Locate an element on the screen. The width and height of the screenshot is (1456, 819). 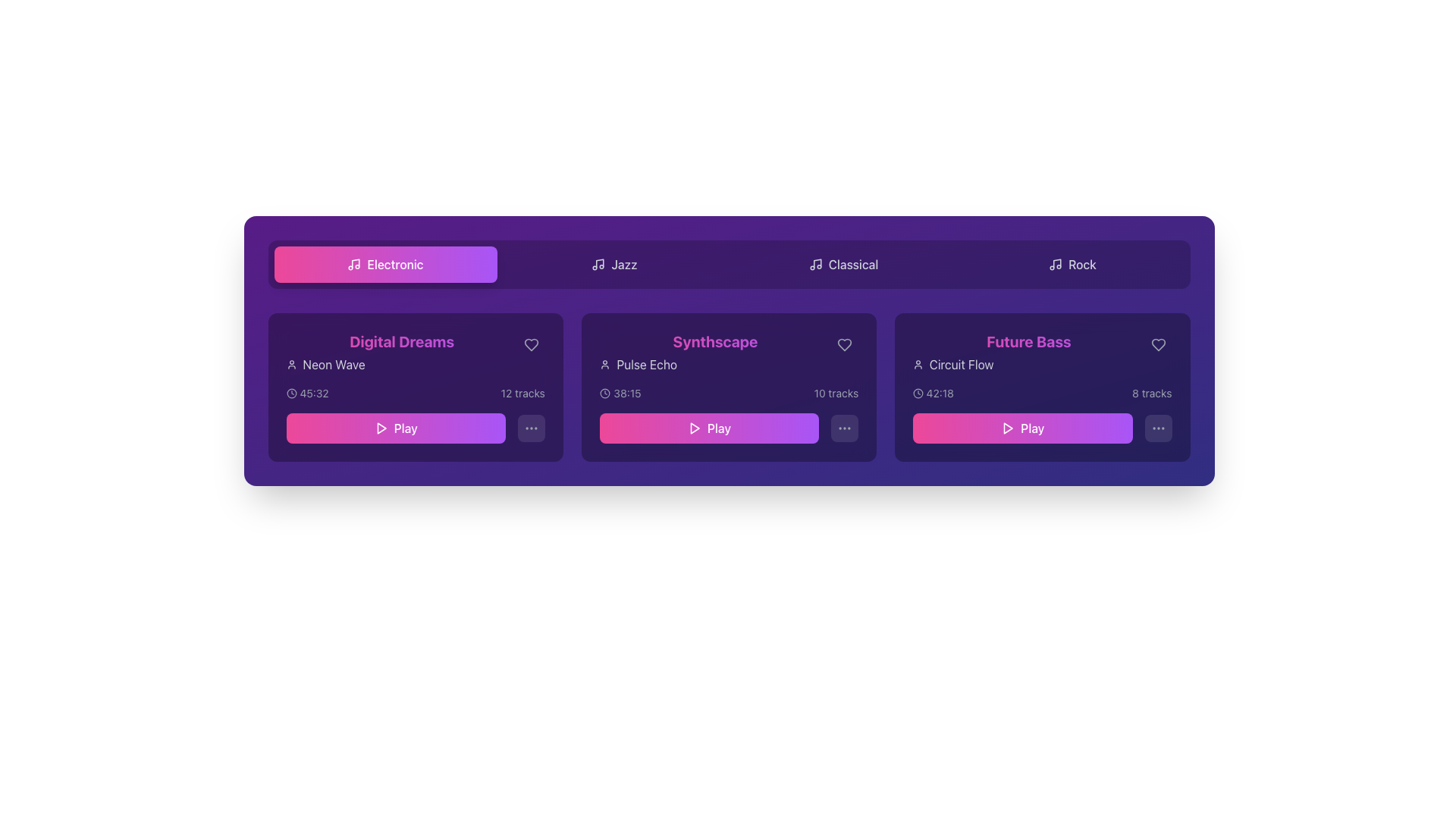
the 'Play' button, which is displayed in white sans-serif font against a gradient pink to purple background, located in the central card titled 'Synthscape' is located at coordinates (718, 428).